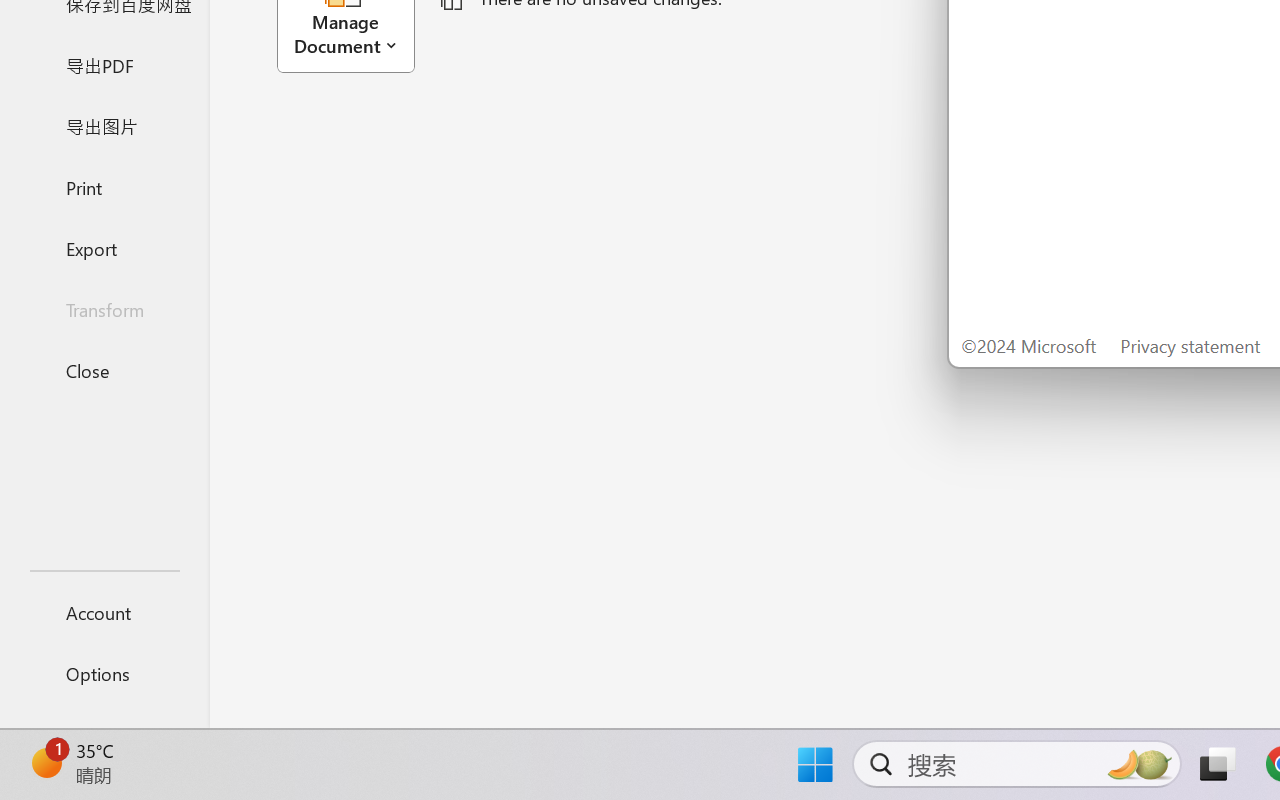 The height and width of the screenshot is (800, 1280). Describe the element at coordinates (103, 612) in the screenshot. I see `'Account'` at that location.